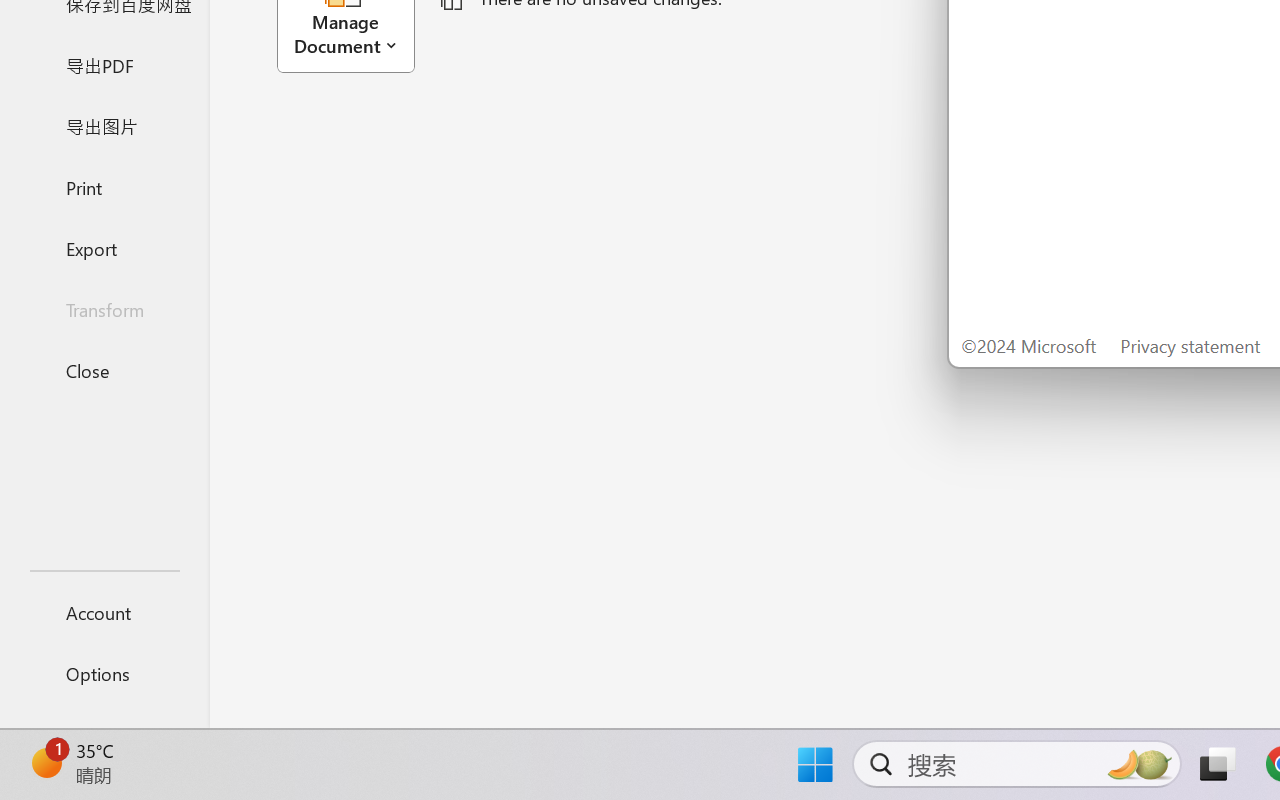 The height and width of the screenshot is (800, 1280). Describe the element at coordinates (103, 612) in the screenshot. I see `'Account'` at that location.